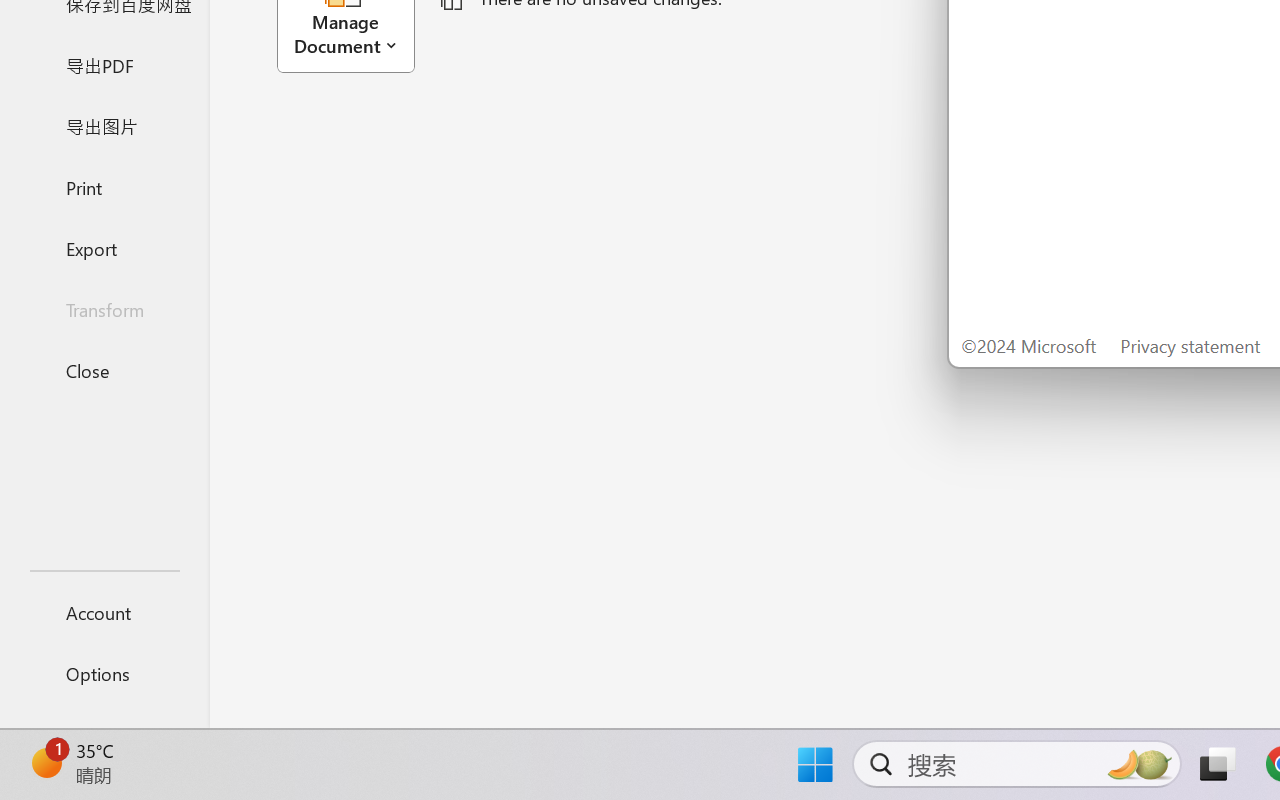 The height and width of the screenshot is (800, 1280). Describe the element at coordinates (103, 612) in the screenshot. I see `'Account'` at that location.